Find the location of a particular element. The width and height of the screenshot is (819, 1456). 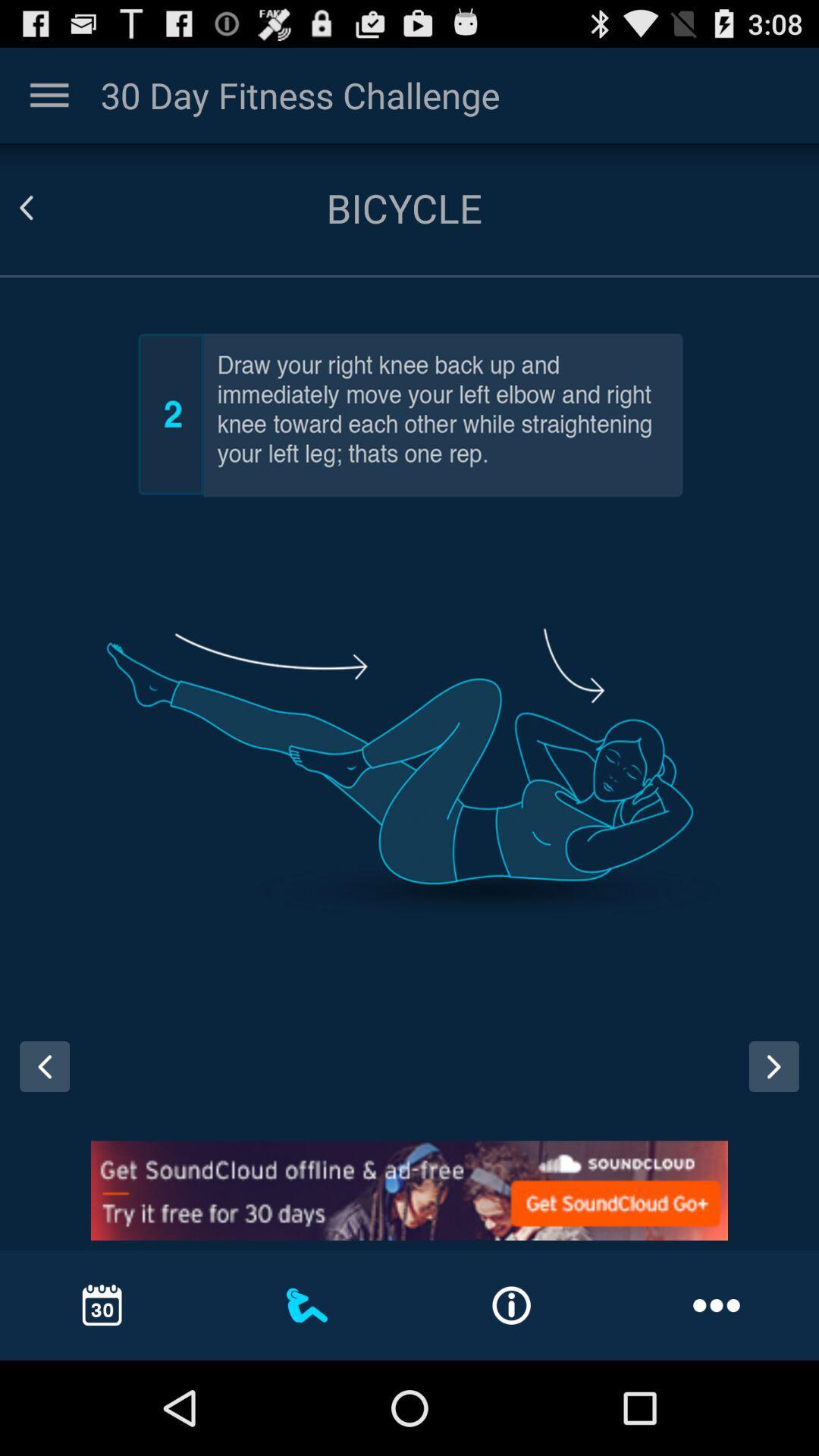

back the page is located at coordinates (44, 207).